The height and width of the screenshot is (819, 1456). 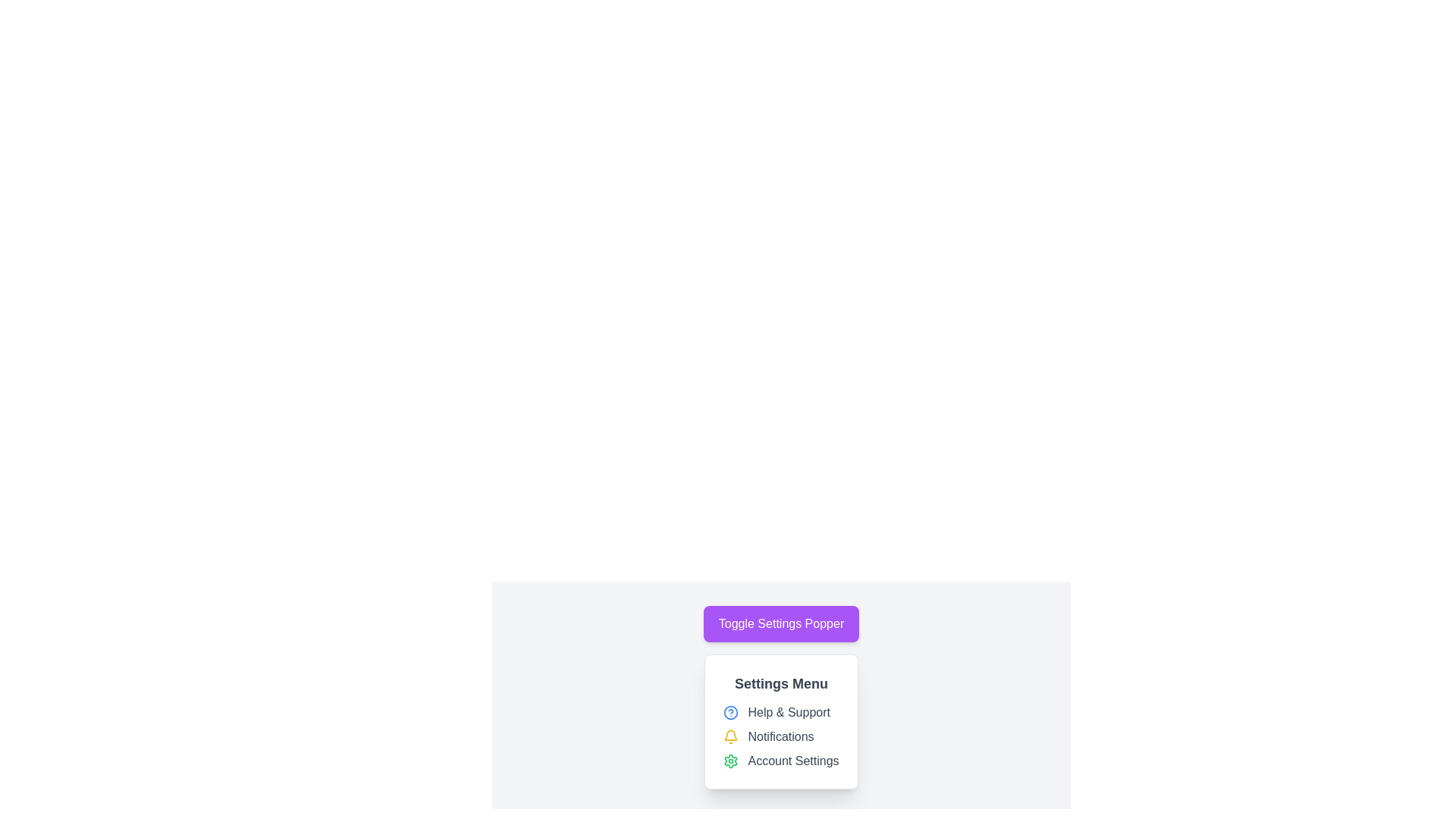 What do you see at coordinates (789, 713) in the screenshot?
I see `the 'Help & Support' label, which is a non-interactive text styled in gray (#707070) and located in the settings menu card below the 'Toggle Settings Popper' button` at bounding box center [789, 713].